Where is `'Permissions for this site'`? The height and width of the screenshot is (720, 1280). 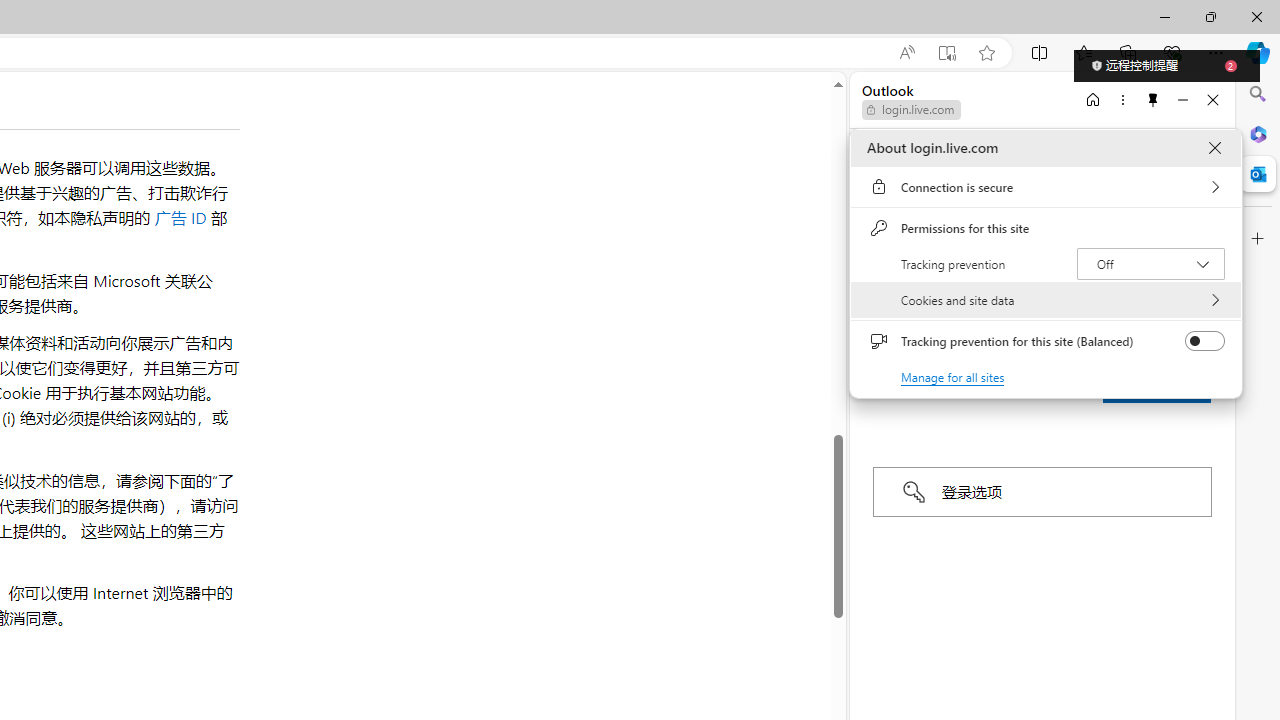
'Permissions for this site' is located at coordinates (1045, 227).